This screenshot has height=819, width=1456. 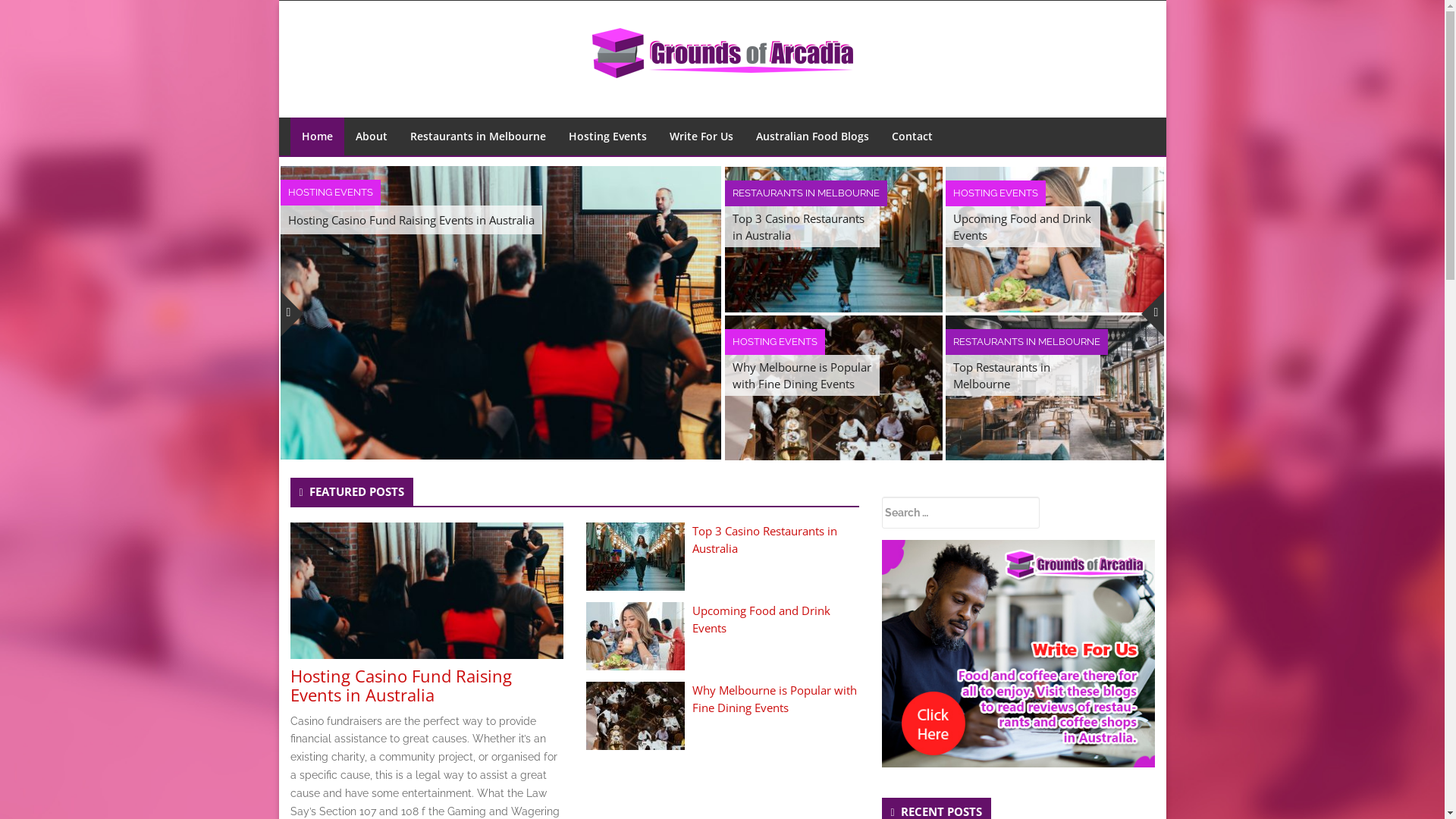 I want to click on 'Contact', so click(x=910, y=136).